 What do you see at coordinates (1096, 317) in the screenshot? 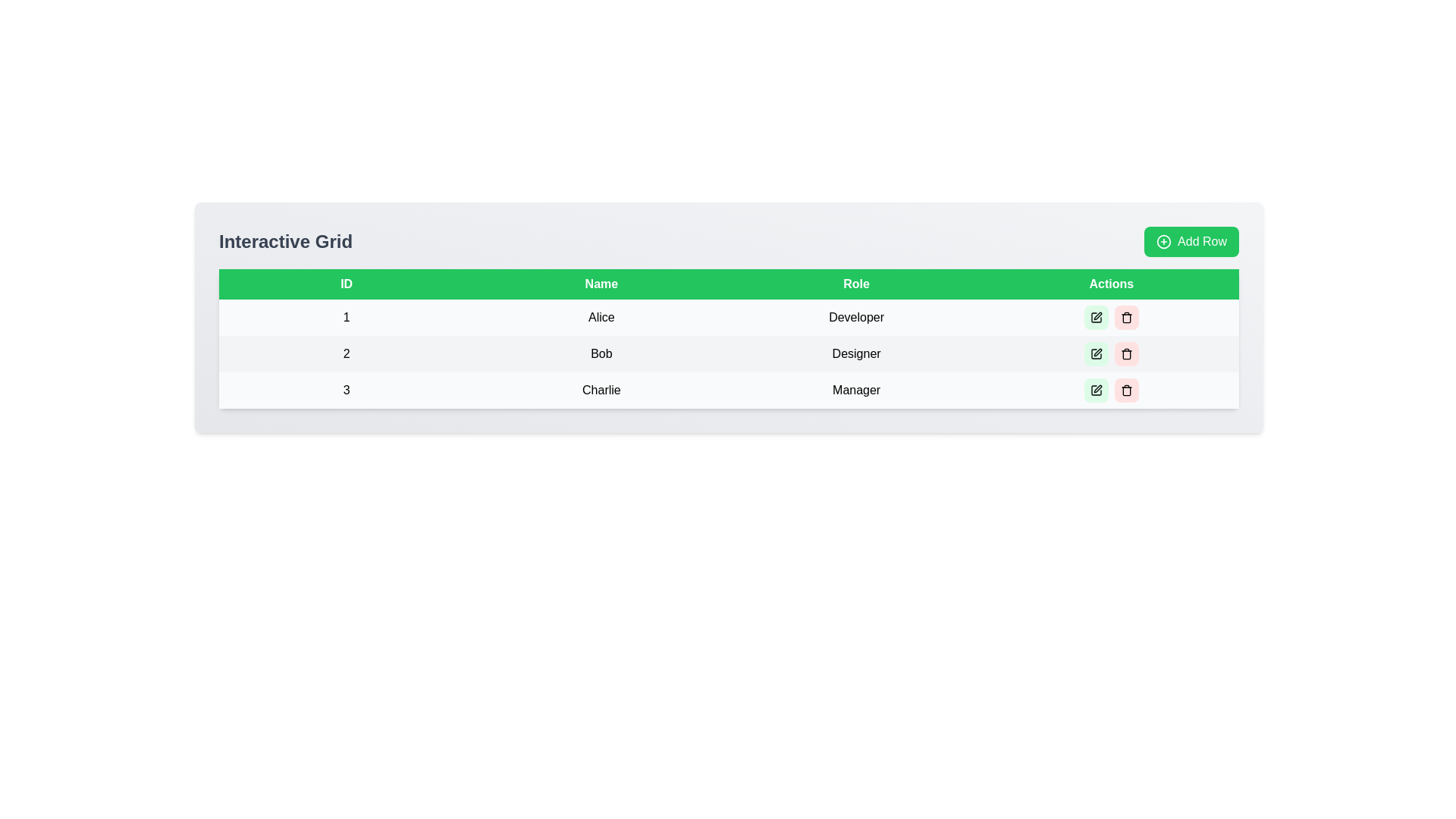
I see `the leftmost icon in the 'Actions' column of the first row in the data grid table` at bounding box center [1096, 317].